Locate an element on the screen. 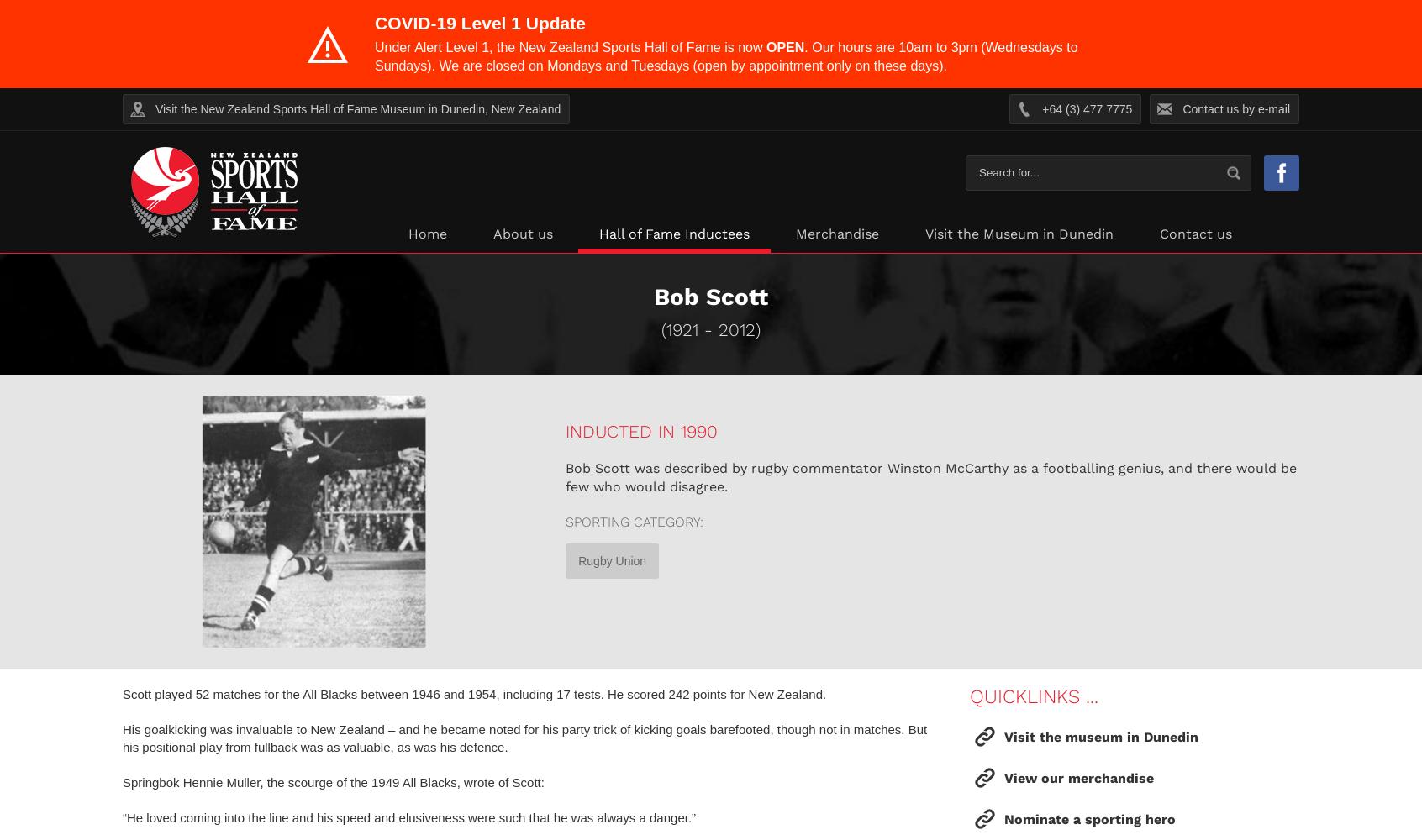  'Sporting Category:' is located at coordinates (633, 521).